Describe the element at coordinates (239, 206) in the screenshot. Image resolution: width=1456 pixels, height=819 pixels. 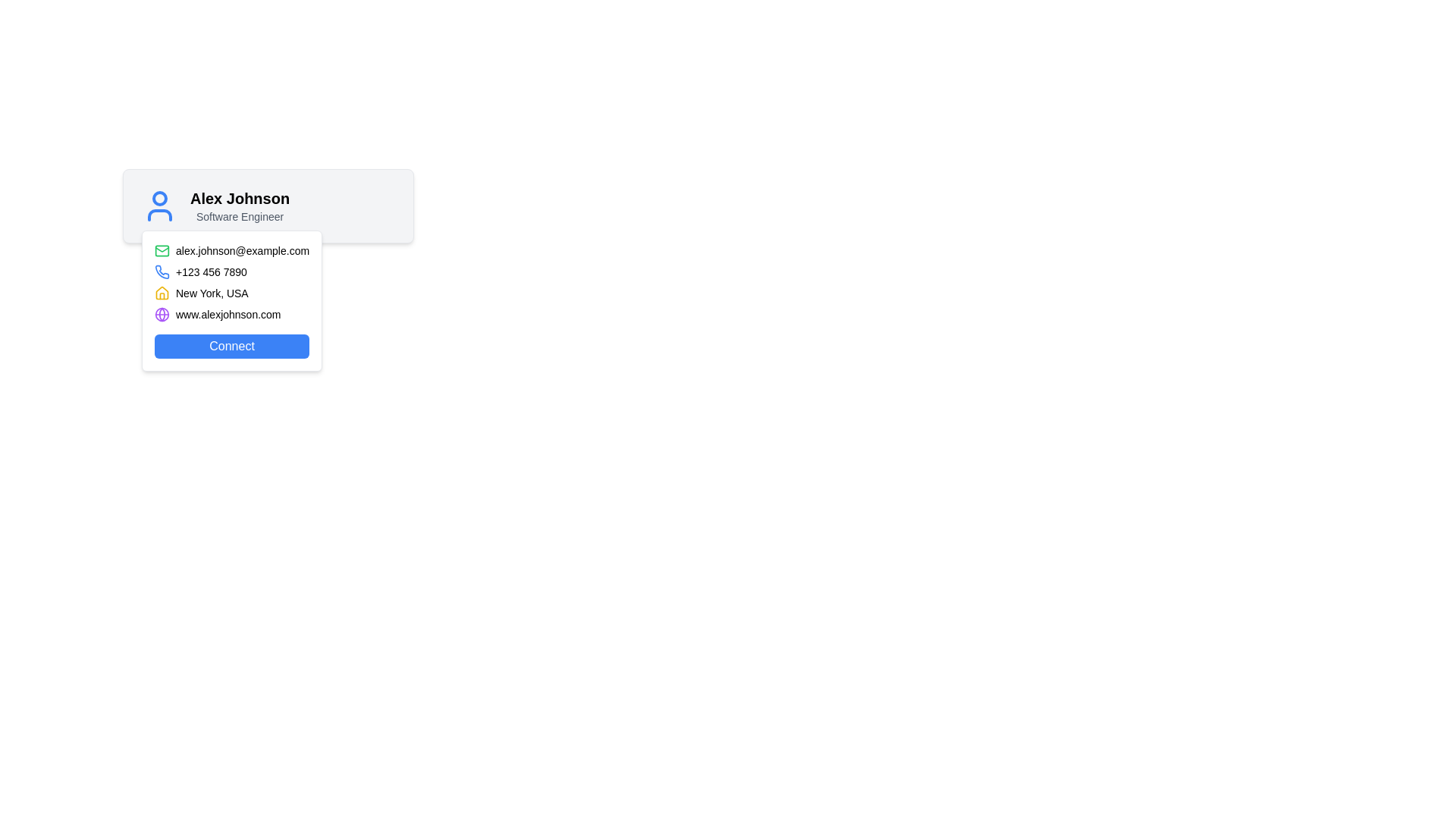
I see `the user identifier text block displaying the user's name and role, which is centrally located next to the user icon` at that location.